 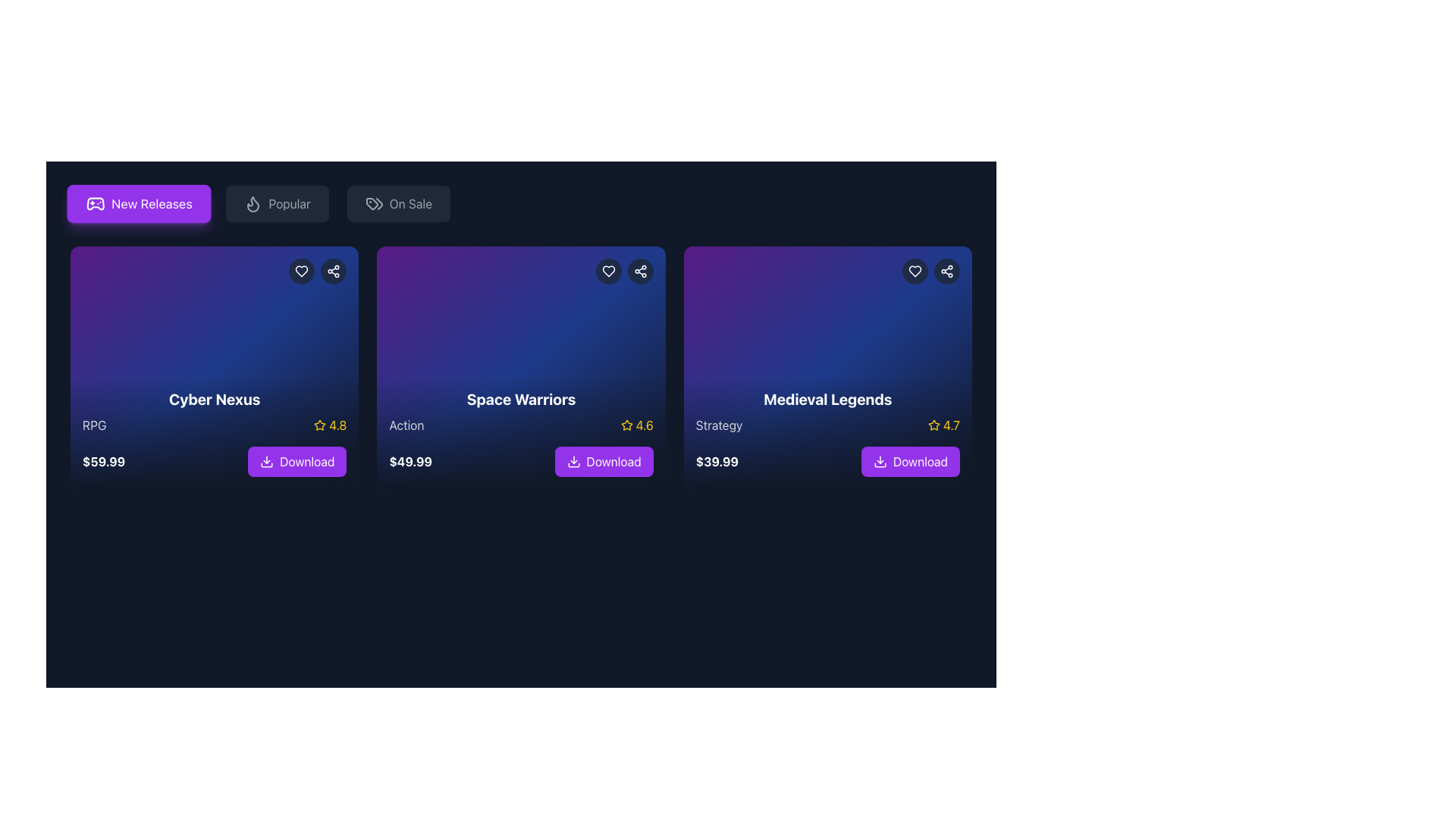 What do you see at coordinates (410, 203) in the screenshot?
I see `the 'On Sale' label` at bounding box center [410, 203].